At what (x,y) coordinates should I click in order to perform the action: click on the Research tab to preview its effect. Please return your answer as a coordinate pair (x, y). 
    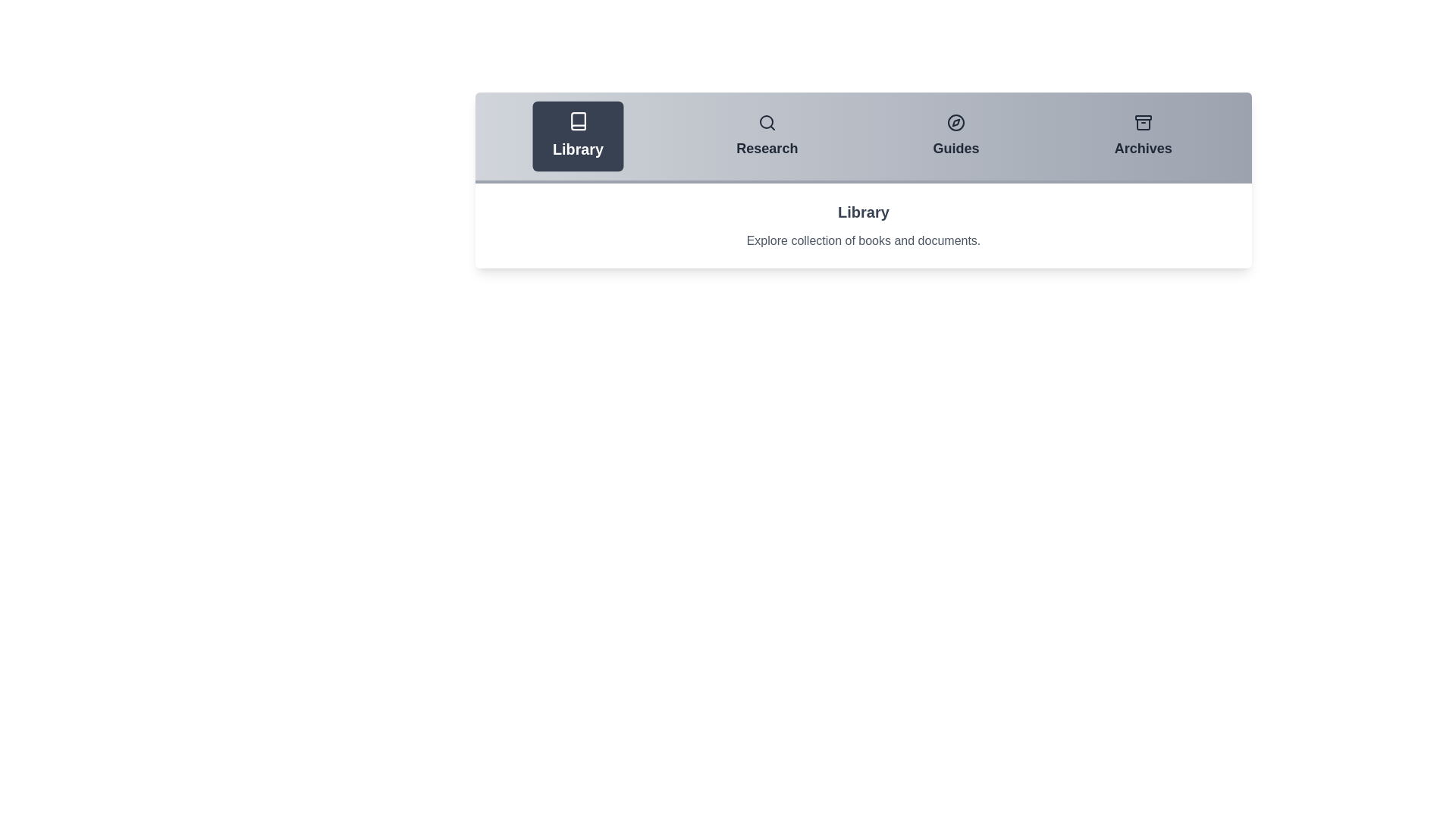
    Looking at the image, I should click on (767, 136).